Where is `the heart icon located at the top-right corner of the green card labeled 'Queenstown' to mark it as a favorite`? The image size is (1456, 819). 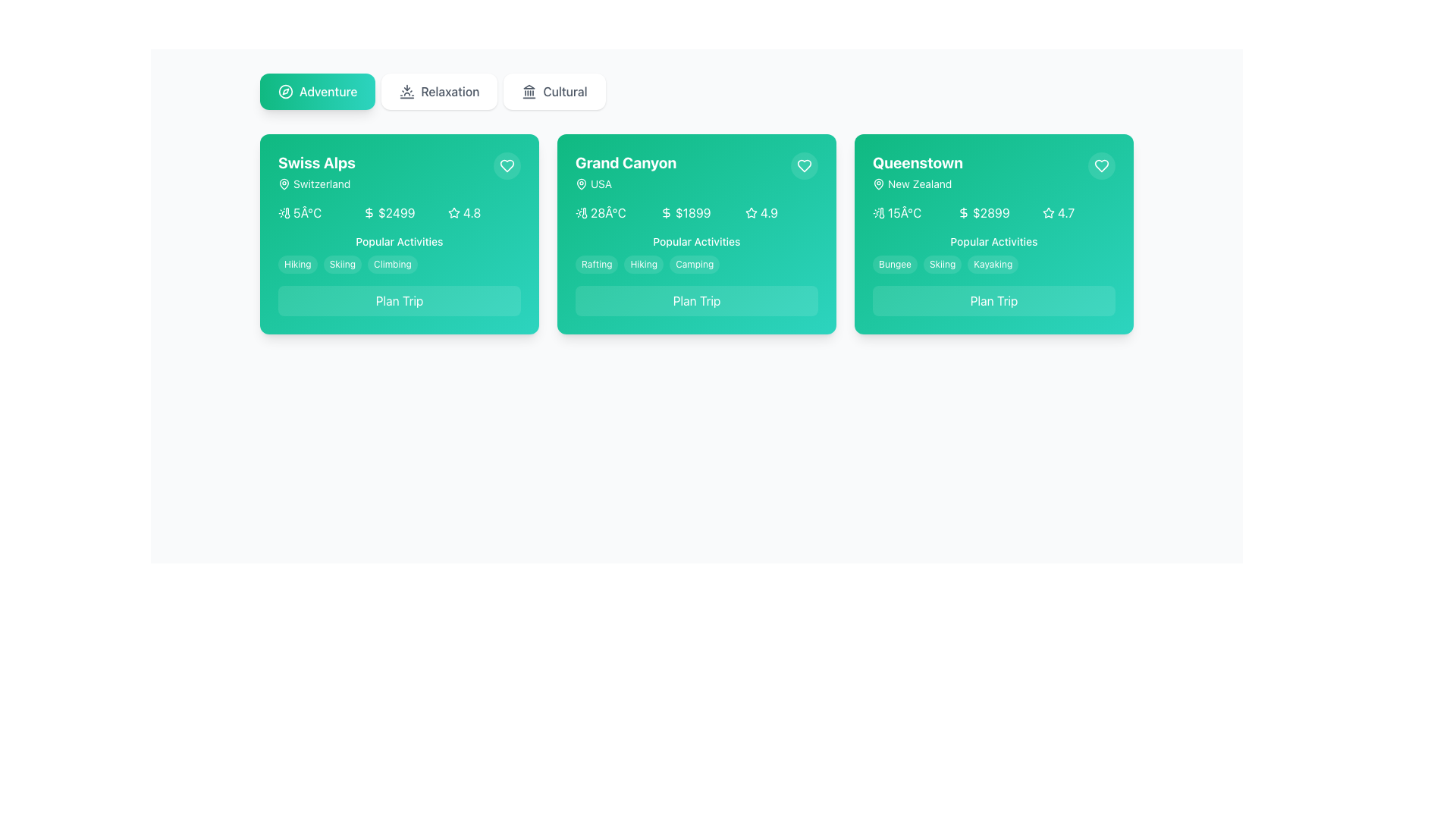 the heart icon located at the top-right corner of the green card labeled 'Queenstown' to mark it as a favorite is located at coordinates (1102, 166).